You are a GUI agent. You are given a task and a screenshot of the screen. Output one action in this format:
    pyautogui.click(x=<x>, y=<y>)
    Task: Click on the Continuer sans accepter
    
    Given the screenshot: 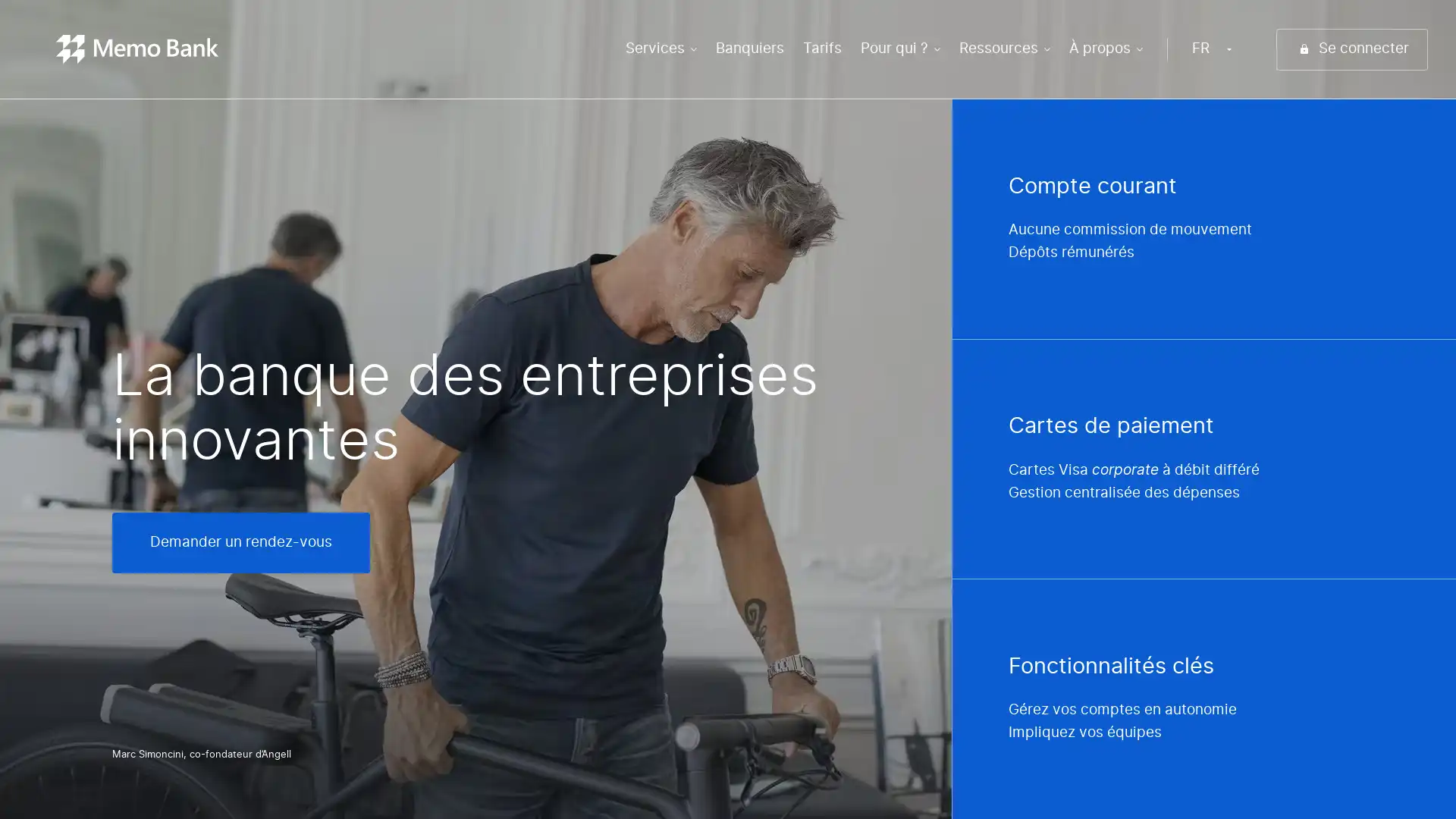 What is the action you would take?
    pyautogui.click(x=32, y=792)
    